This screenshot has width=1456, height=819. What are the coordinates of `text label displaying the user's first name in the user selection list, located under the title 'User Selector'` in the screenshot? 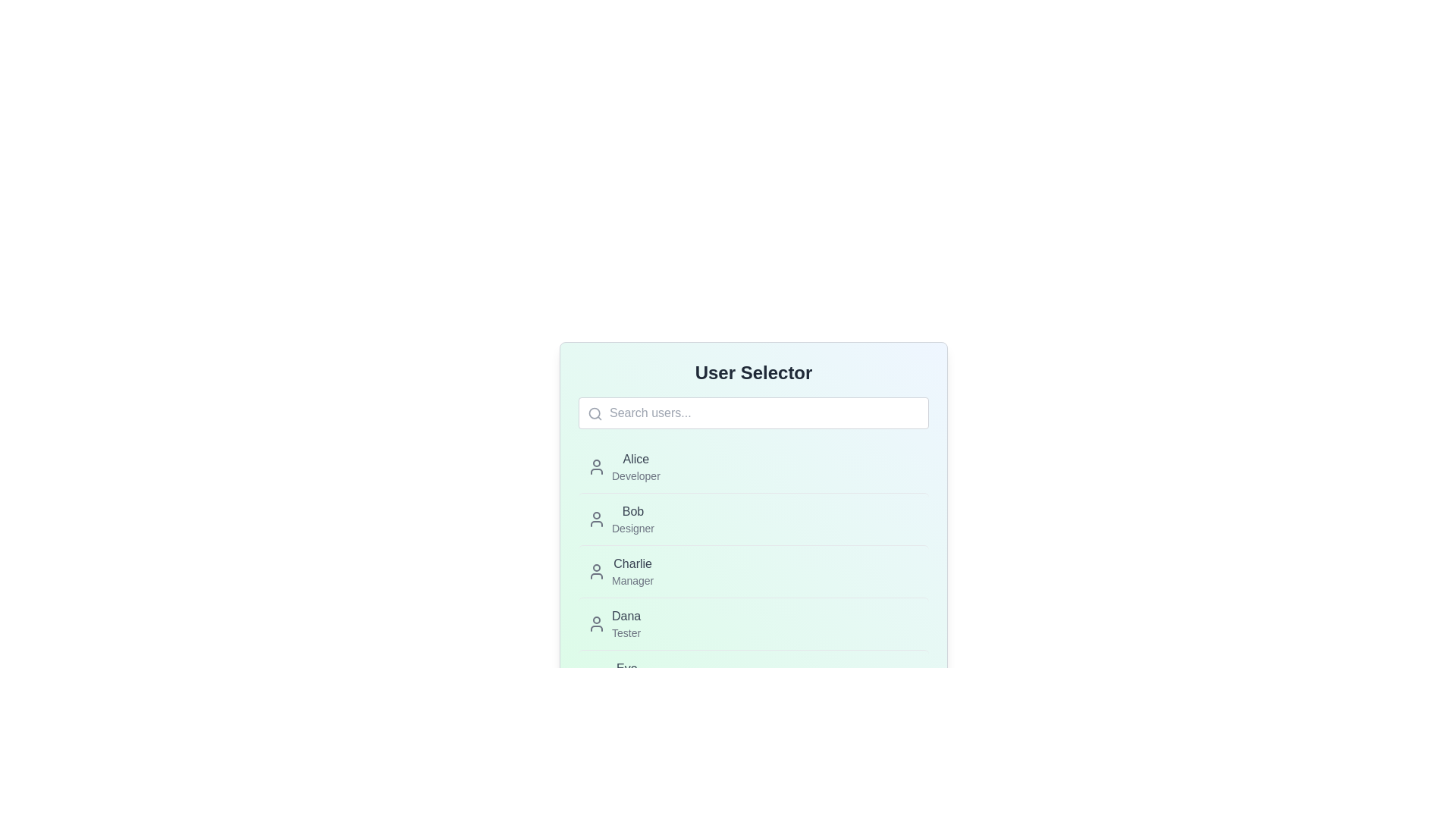 It's located at (626, 617).